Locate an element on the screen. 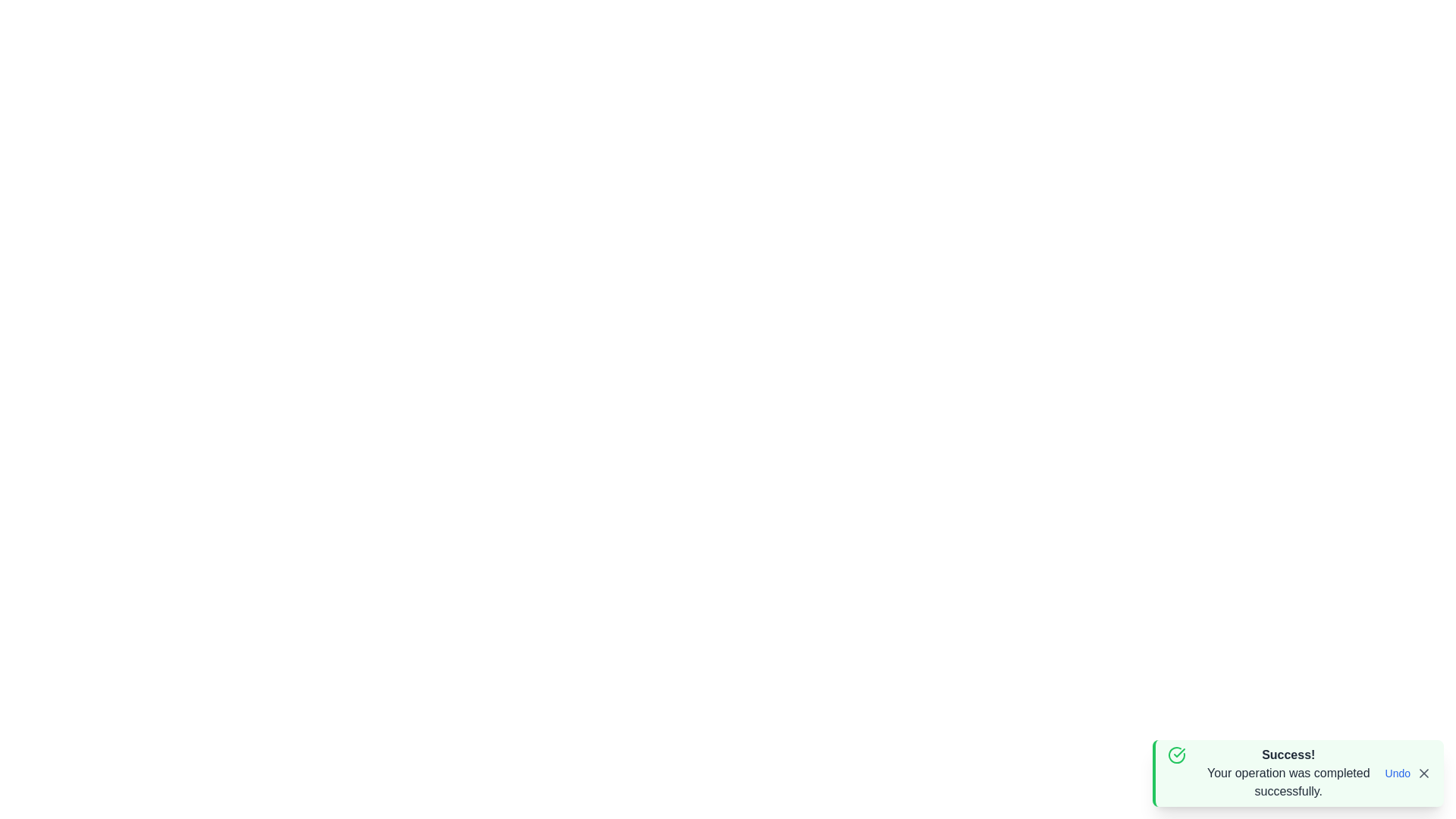 The image size is (1456, 819). the undo button is located at coordinates (1397, 773).